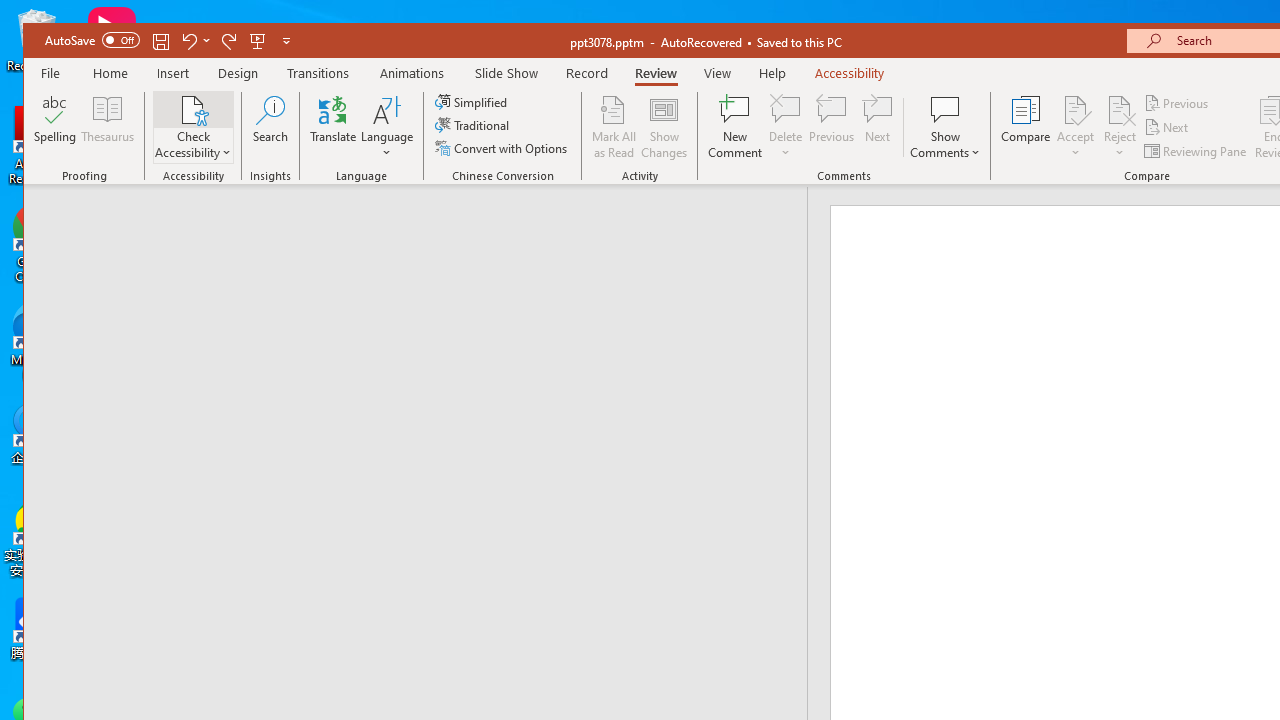 The image size is (1280, 720). What do you see at coordinates (1120, 109) in the screenshot?
I see `'Reject Change'` at bounding box center [1120, 109].